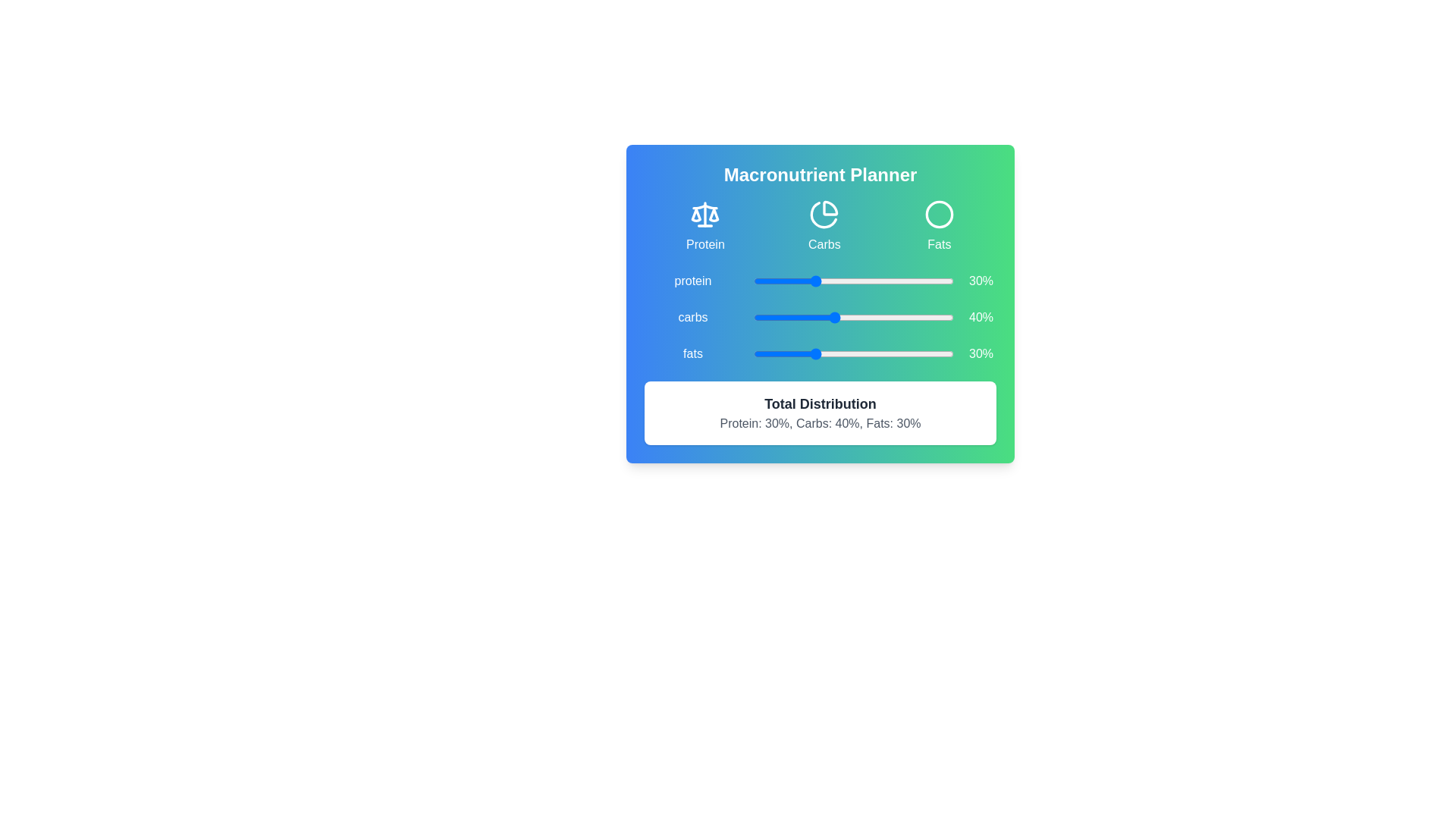  Describe the element at coordinates (807, 353) in the screenshot. I see `the fats percentage` at that location.